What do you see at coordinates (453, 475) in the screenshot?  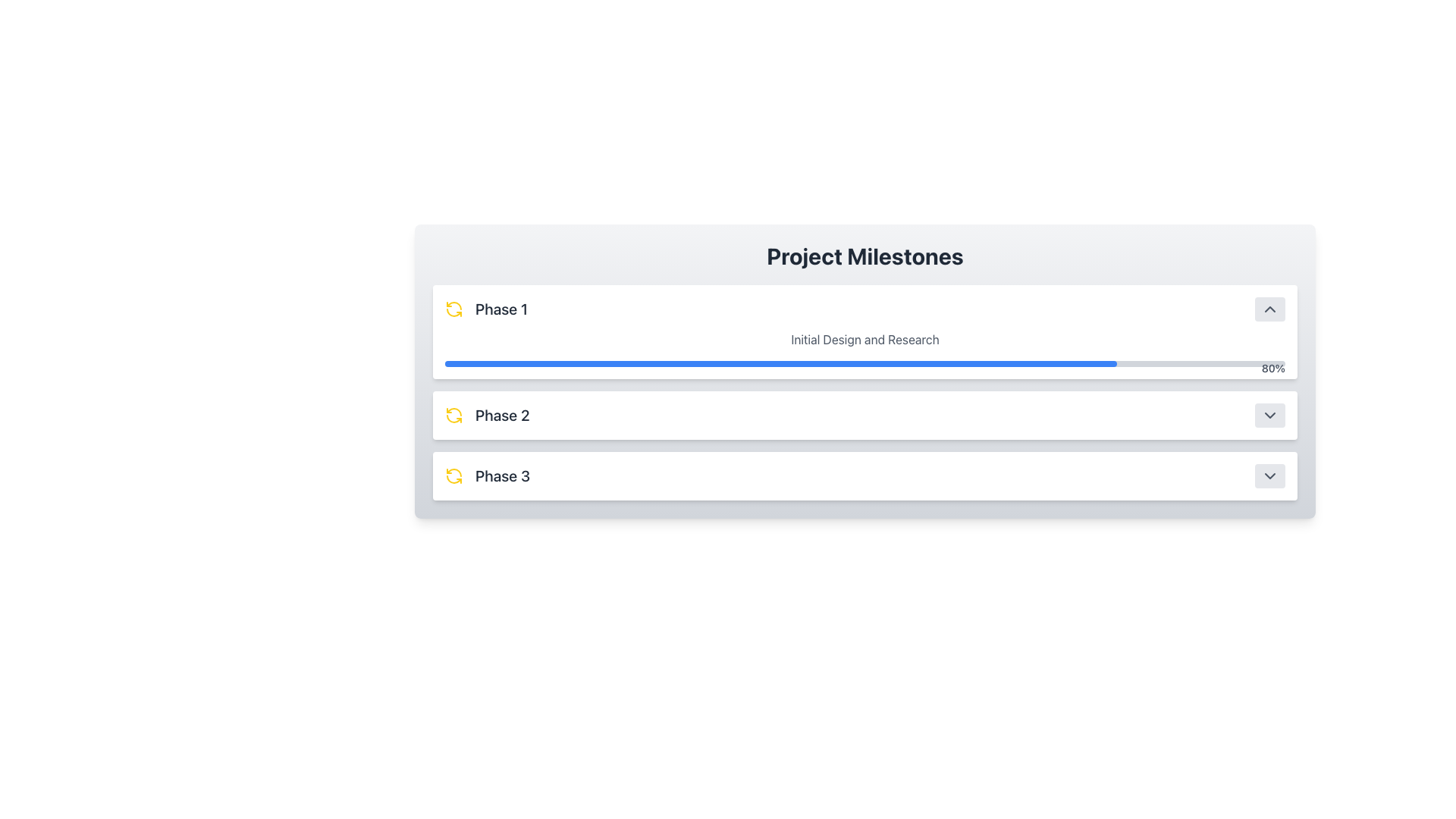 I see `the bright yellow circular arrow icon indicating a repeat or refresh action, which is located to the left of the text 'Phase 3' in the third entry of the vertical list of project phases` at bounding box center [453, 475].